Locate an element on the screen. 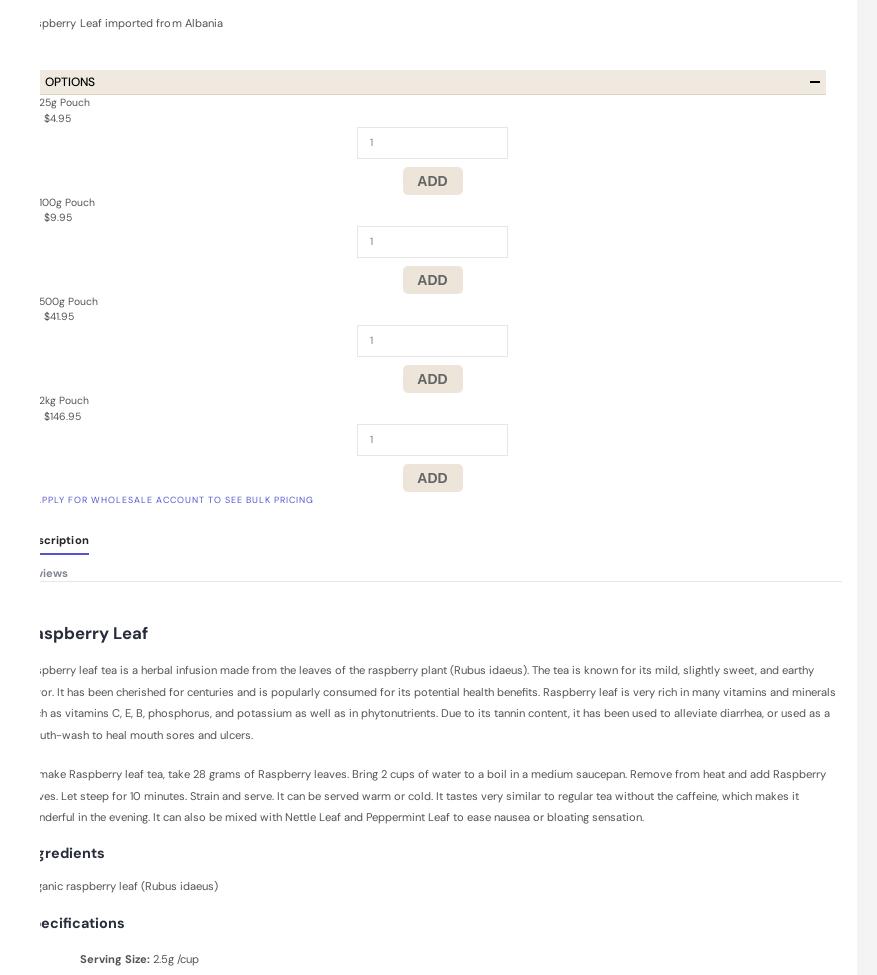 The image size is (877, 975). '100g Pouch' is located at coordinates (67, 201).